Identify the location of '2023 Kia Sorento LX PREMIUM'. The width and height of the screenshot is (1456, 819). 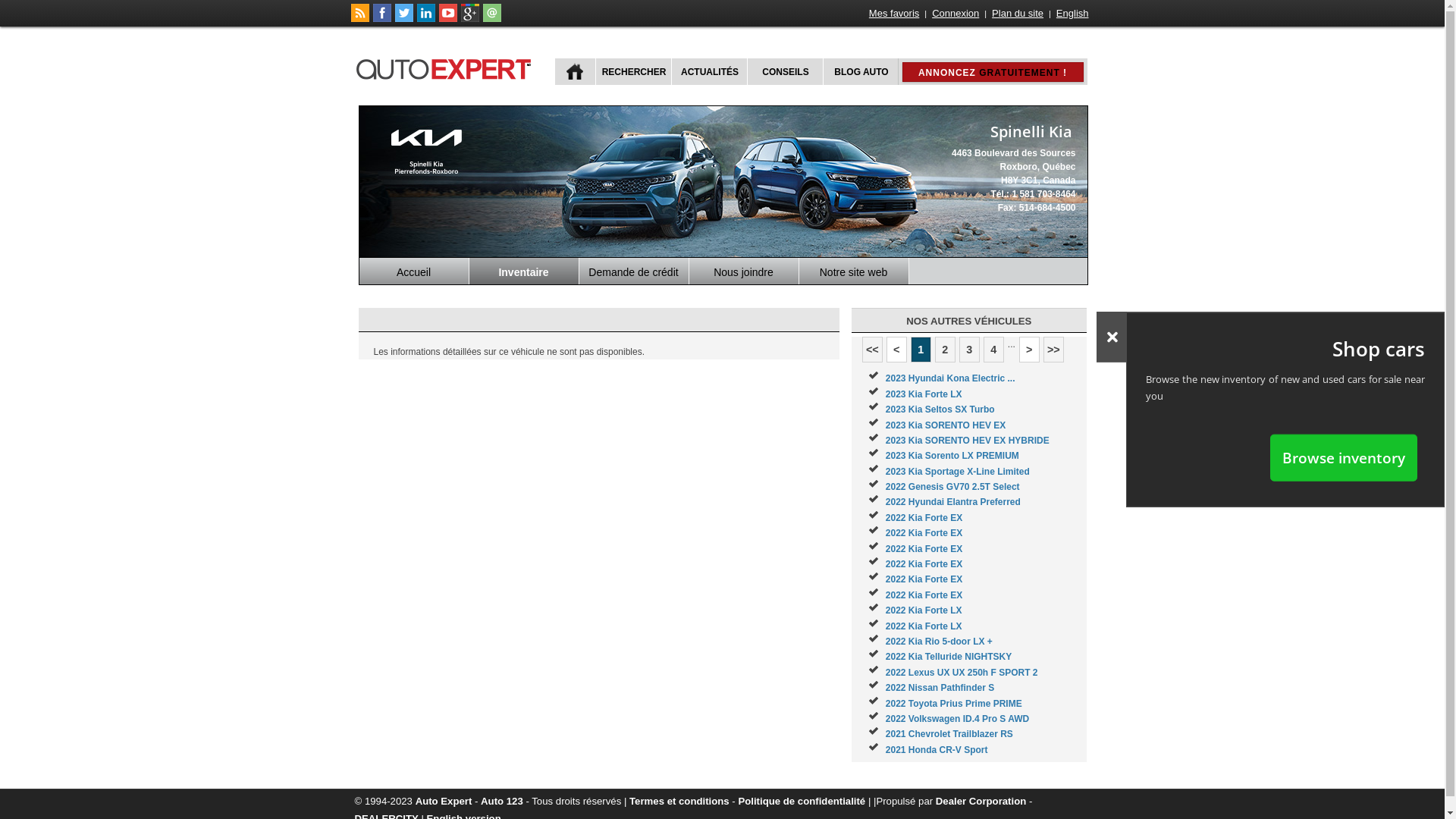
(885, 455).